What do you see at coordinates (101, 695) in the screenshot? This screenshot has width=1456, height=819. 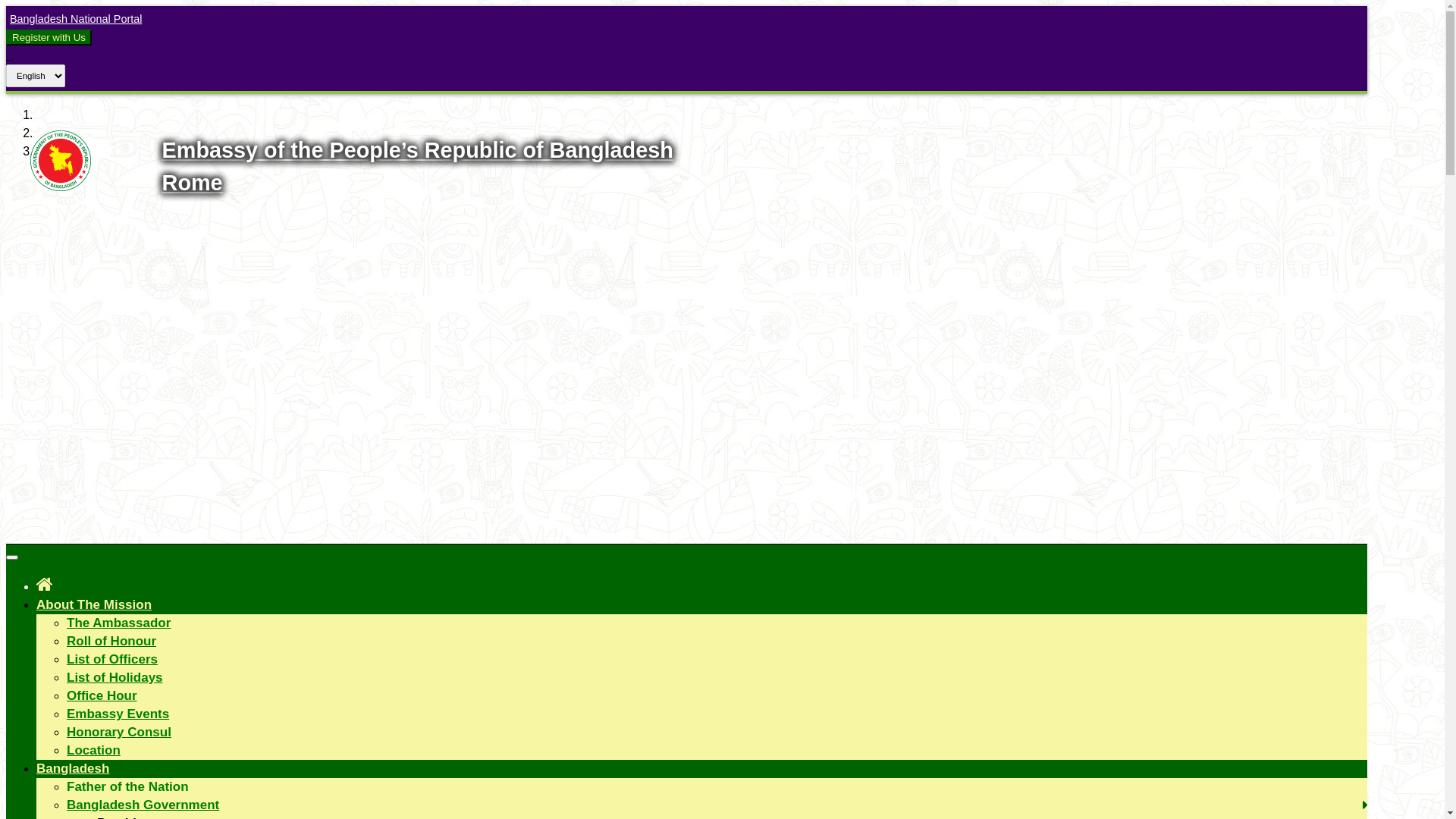 I see `'Office Hour'` at bounding box center [101, 695].